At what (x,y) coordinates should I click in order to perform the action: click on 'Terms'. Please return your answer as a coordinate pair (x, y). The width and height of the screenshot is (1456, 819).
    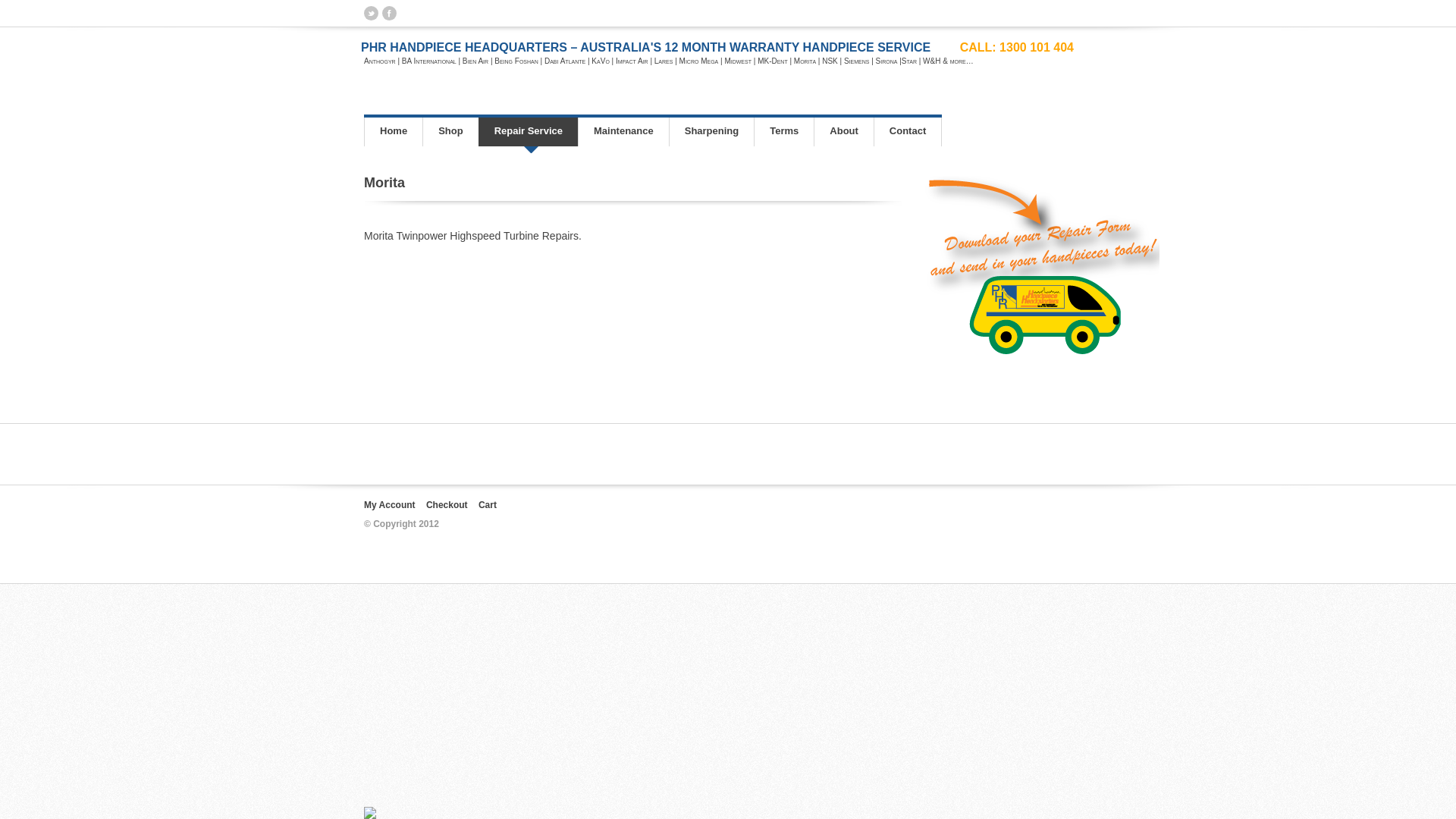
    Looking at the image, I should click on (753, 130).